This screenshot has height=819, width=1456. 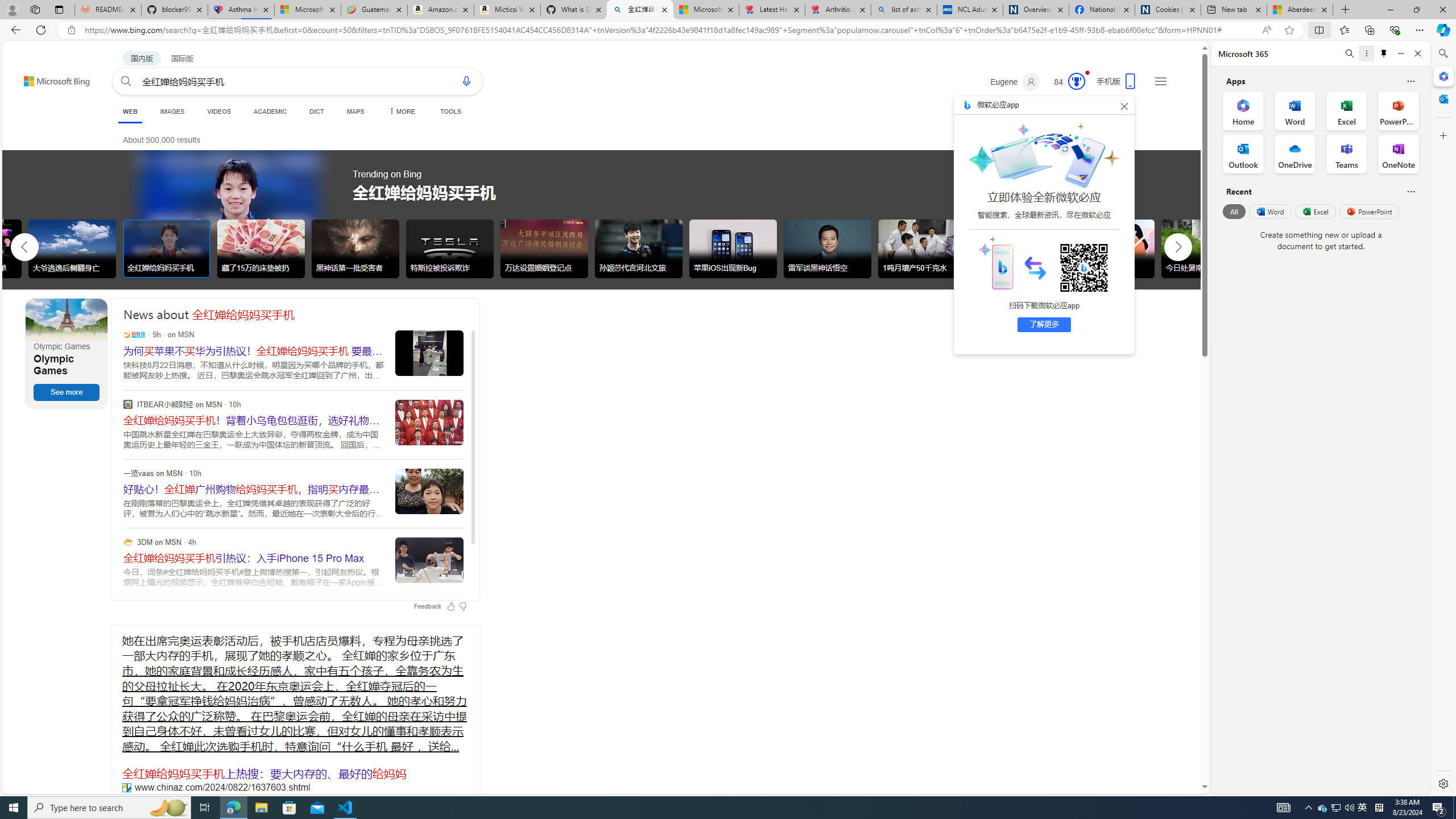 I want to click on 'All', so click(x=1233, y=211).